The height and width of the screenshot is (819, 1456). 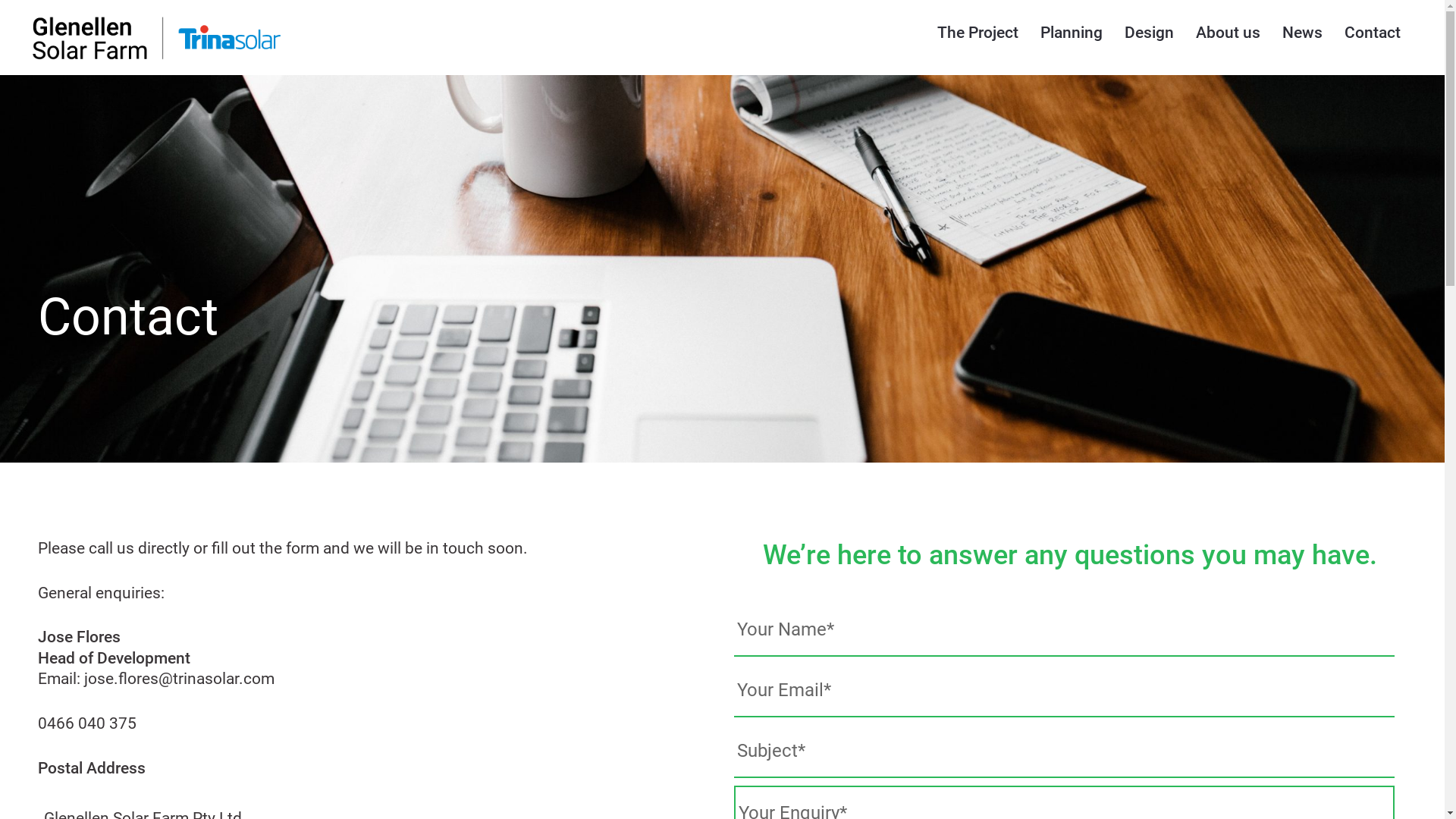 I want to click on 'Contact', so click(x=1372, y=32).